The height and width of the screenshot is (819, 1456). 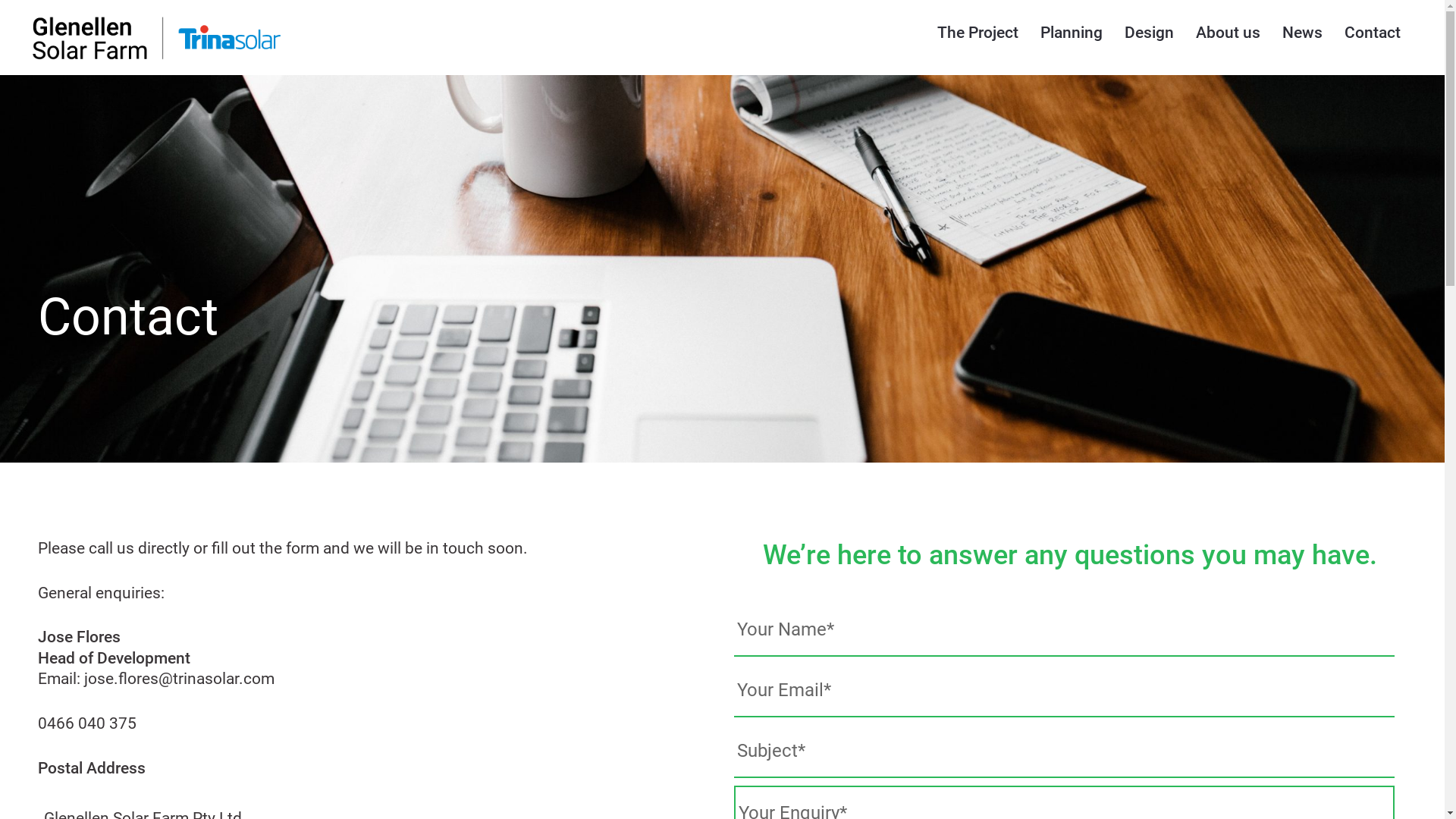 I want to click on 'Contact', so click(x=1372, y=32).